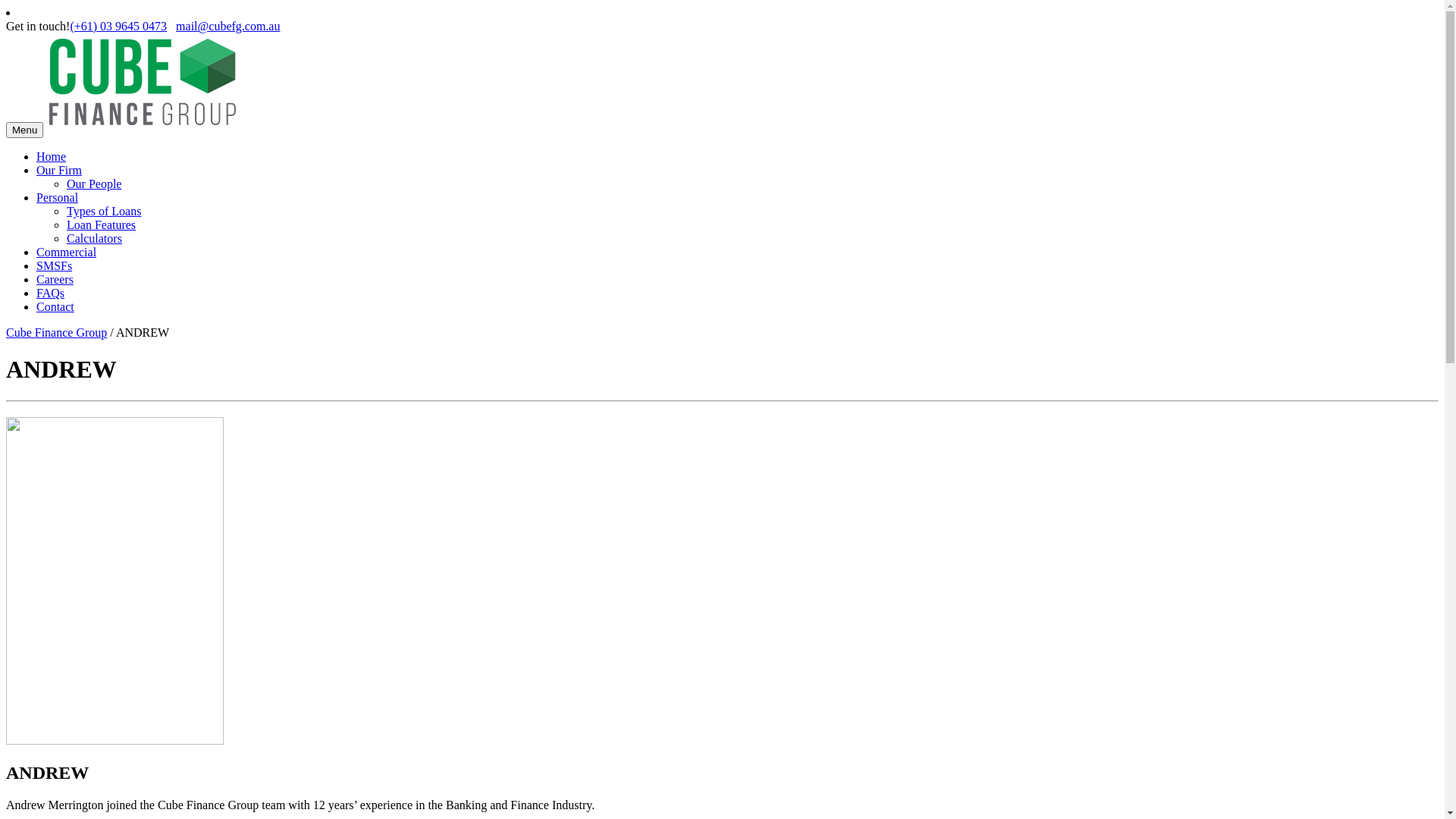 The image size is (1456, 819). What do you see at coordinates (93, 238) in the screenshot?
I see `'Calculators'` at bounding box center [93, 238].